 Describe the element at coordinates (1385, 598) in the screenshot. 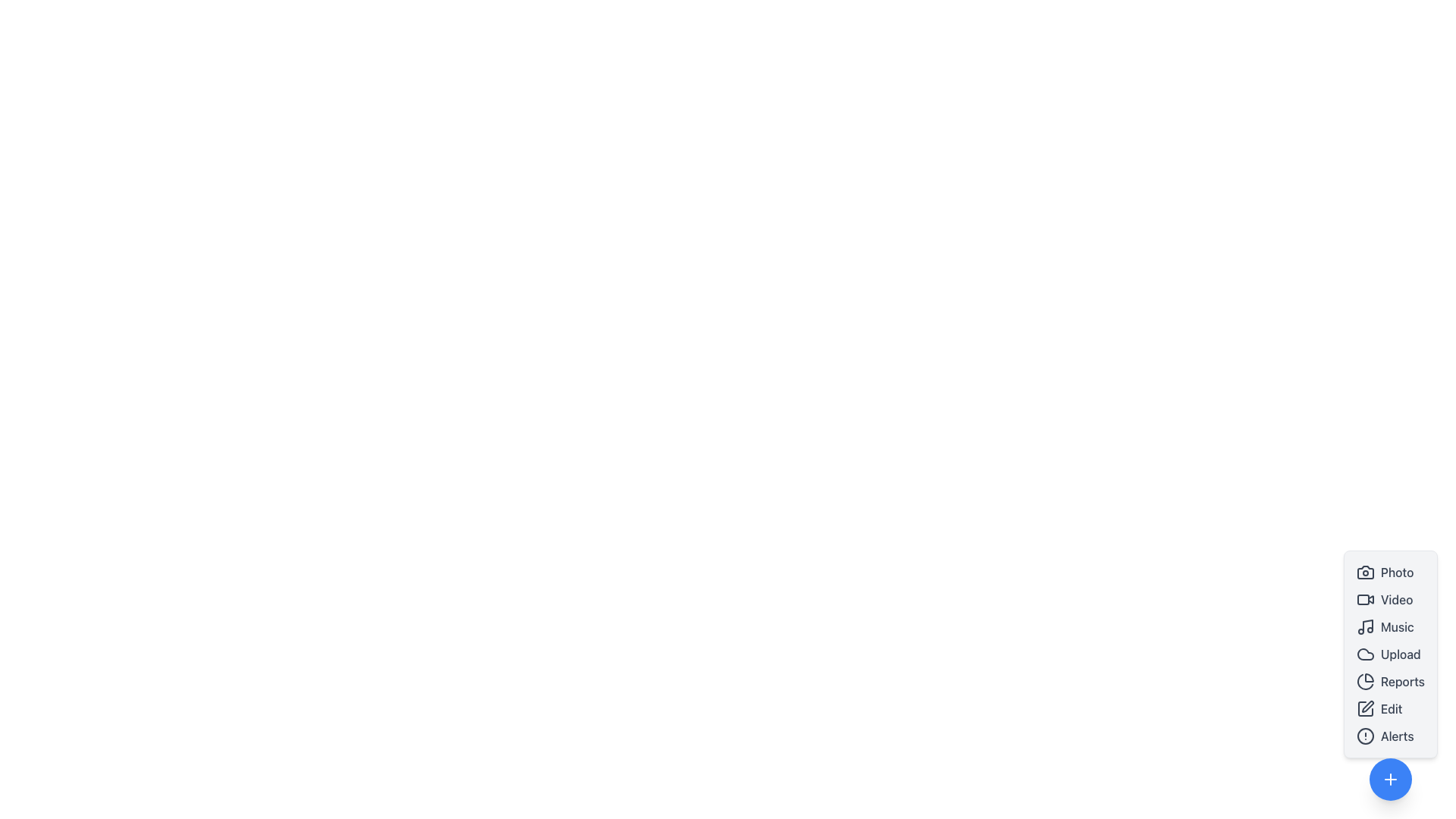

I see `the 'Video' button, which features a video camera icon and changes color on hover, located between the 'Photo' button and 'Music' button` at that location.